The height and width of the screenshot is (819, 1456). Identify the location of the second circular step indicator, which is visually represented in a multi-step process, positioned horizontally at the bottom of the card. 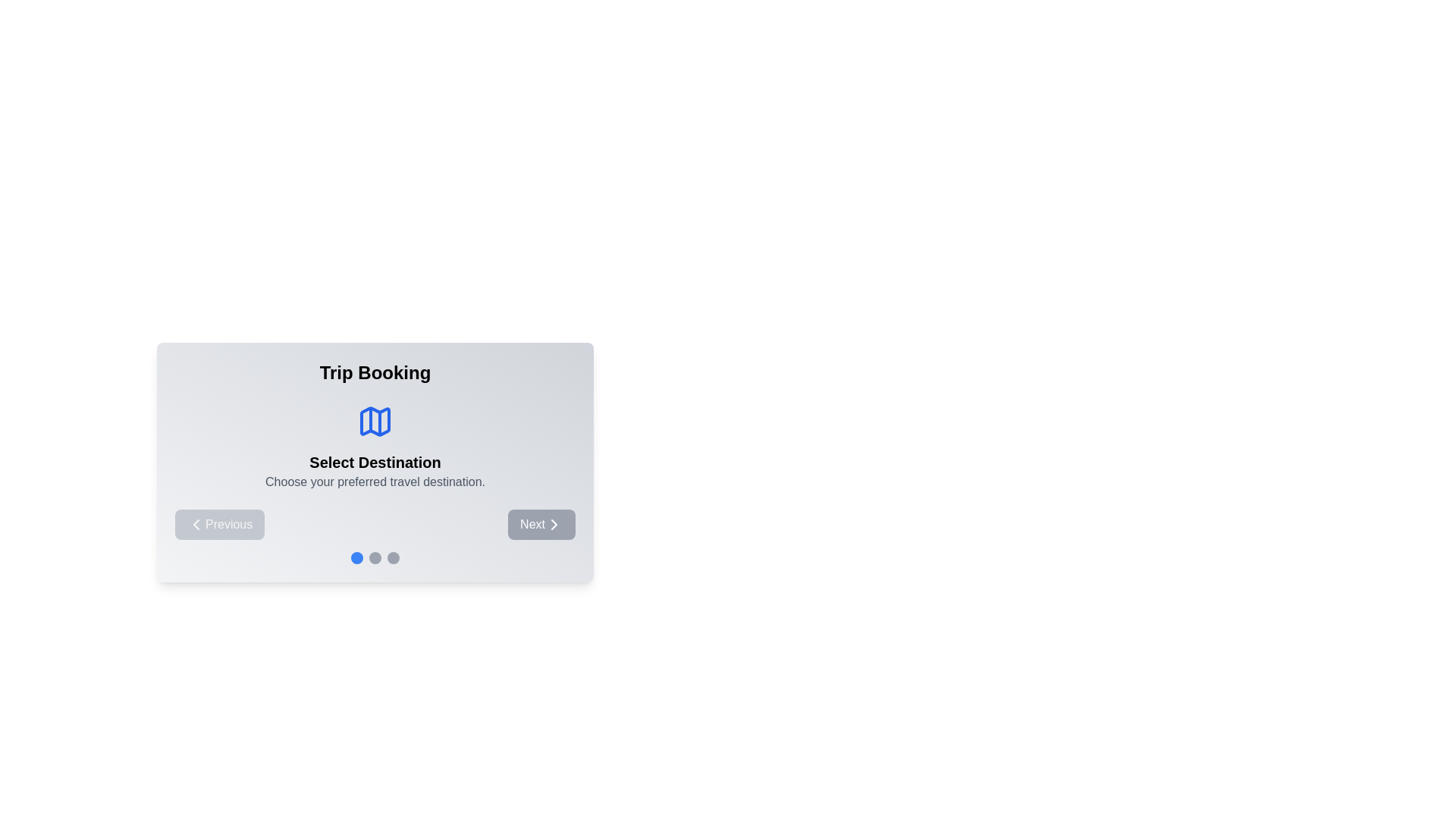
(375, 558).